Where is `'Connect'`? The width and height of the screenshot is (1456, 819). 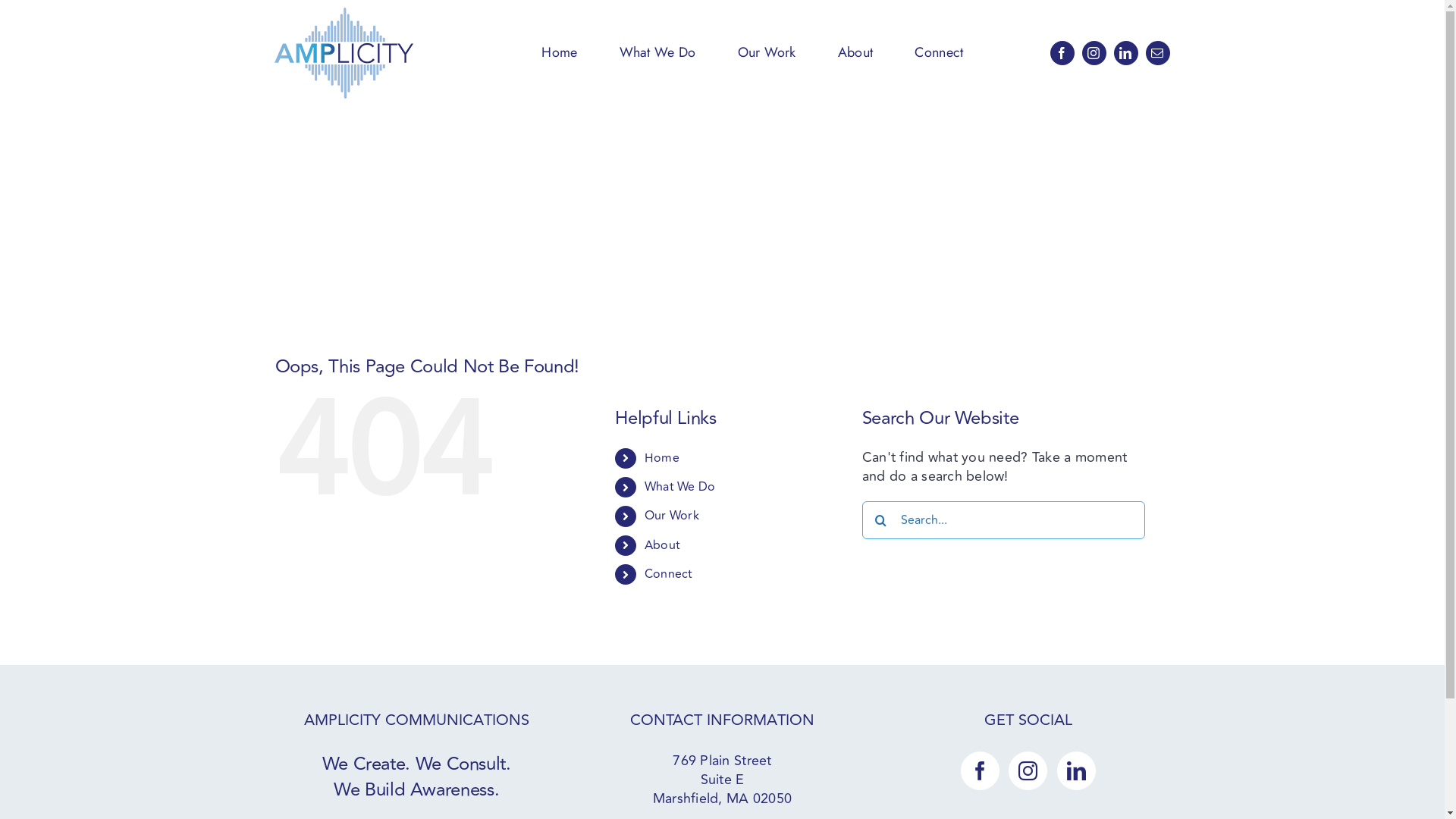
'Connect' is located at coordinates (668, 573).